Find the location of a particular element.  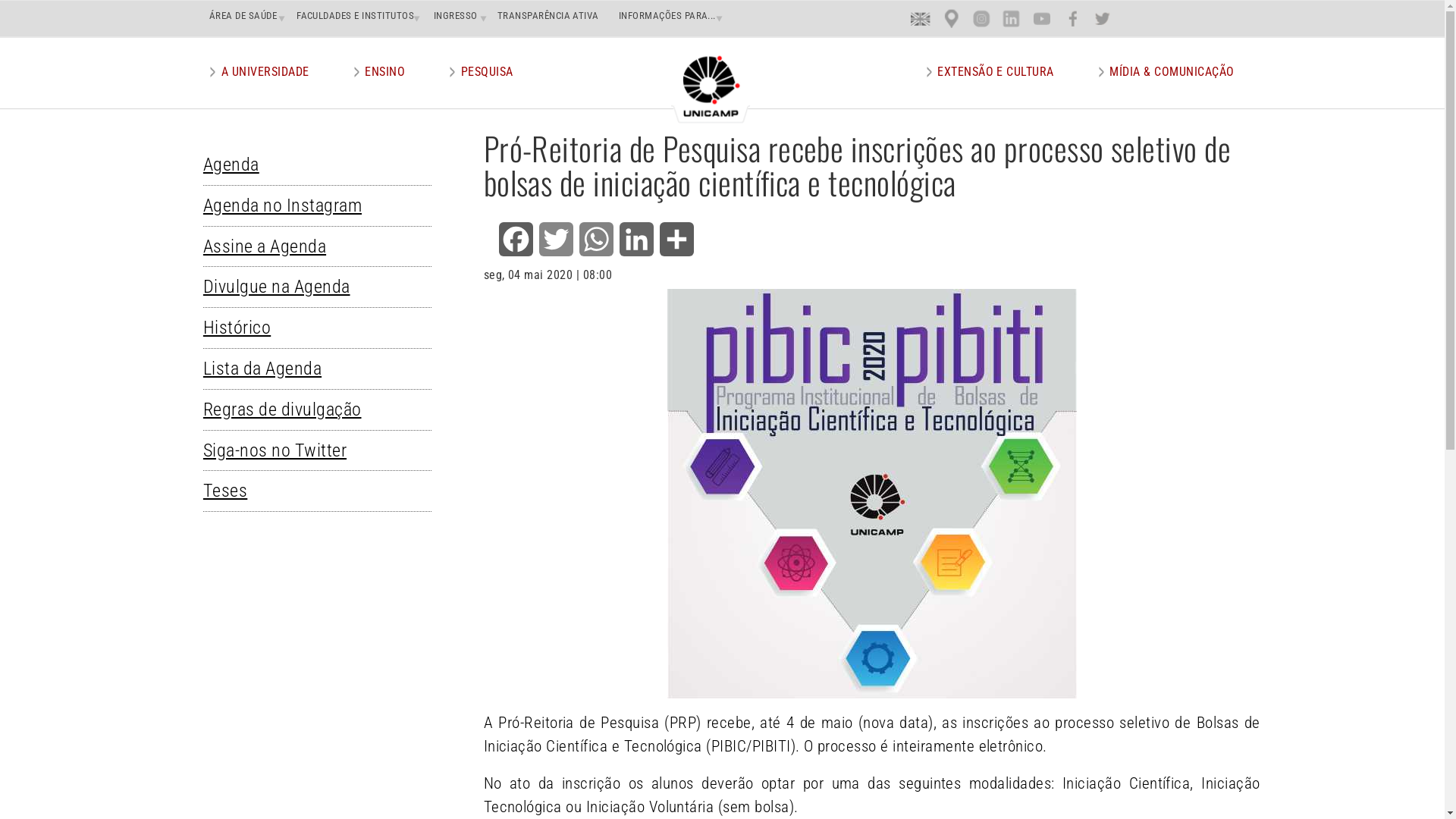

'Facebook' is located at coordinates (516, 239).